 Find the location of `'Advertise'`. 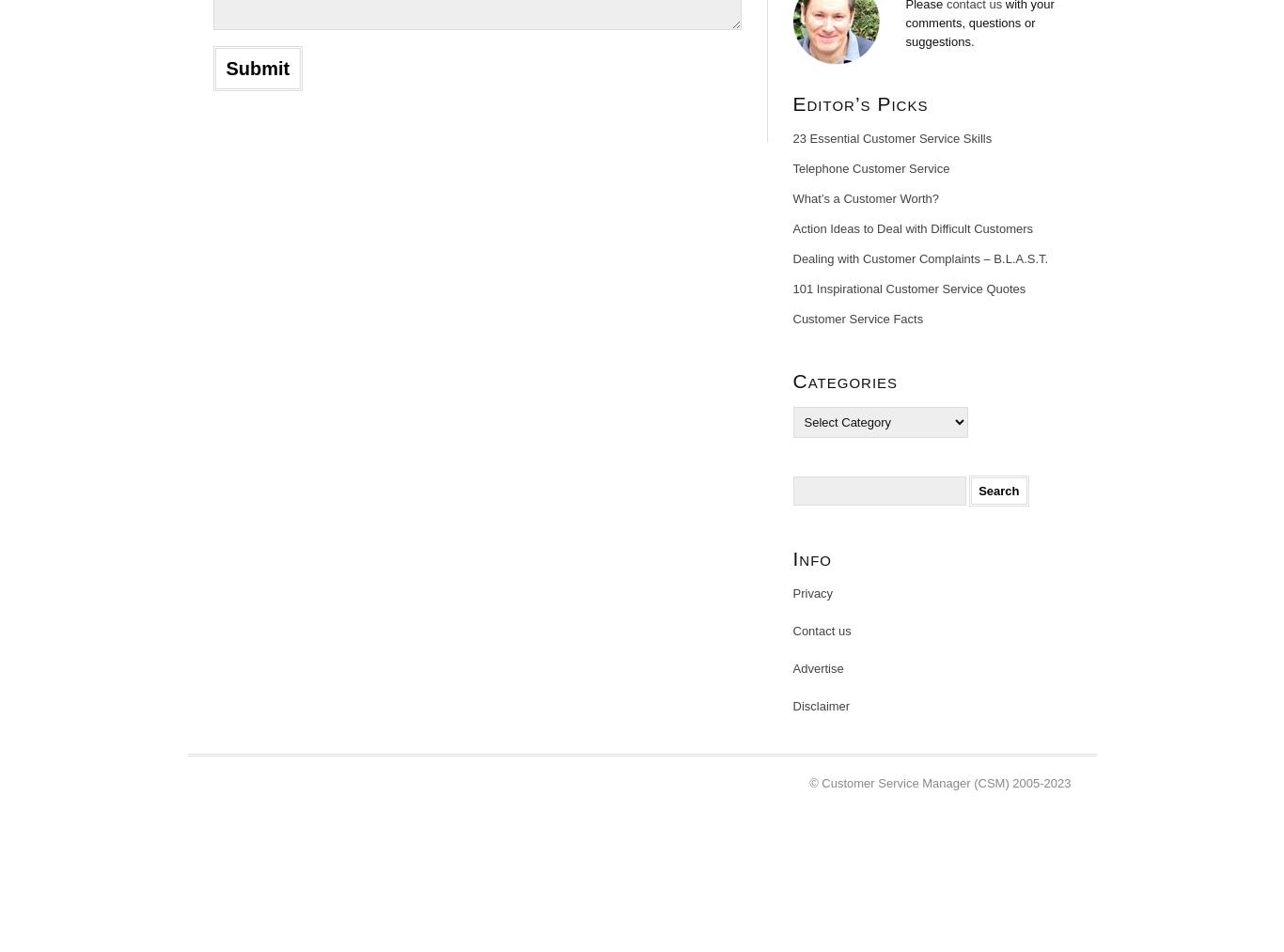

'Advertise' is located at coordinates (817, 668).